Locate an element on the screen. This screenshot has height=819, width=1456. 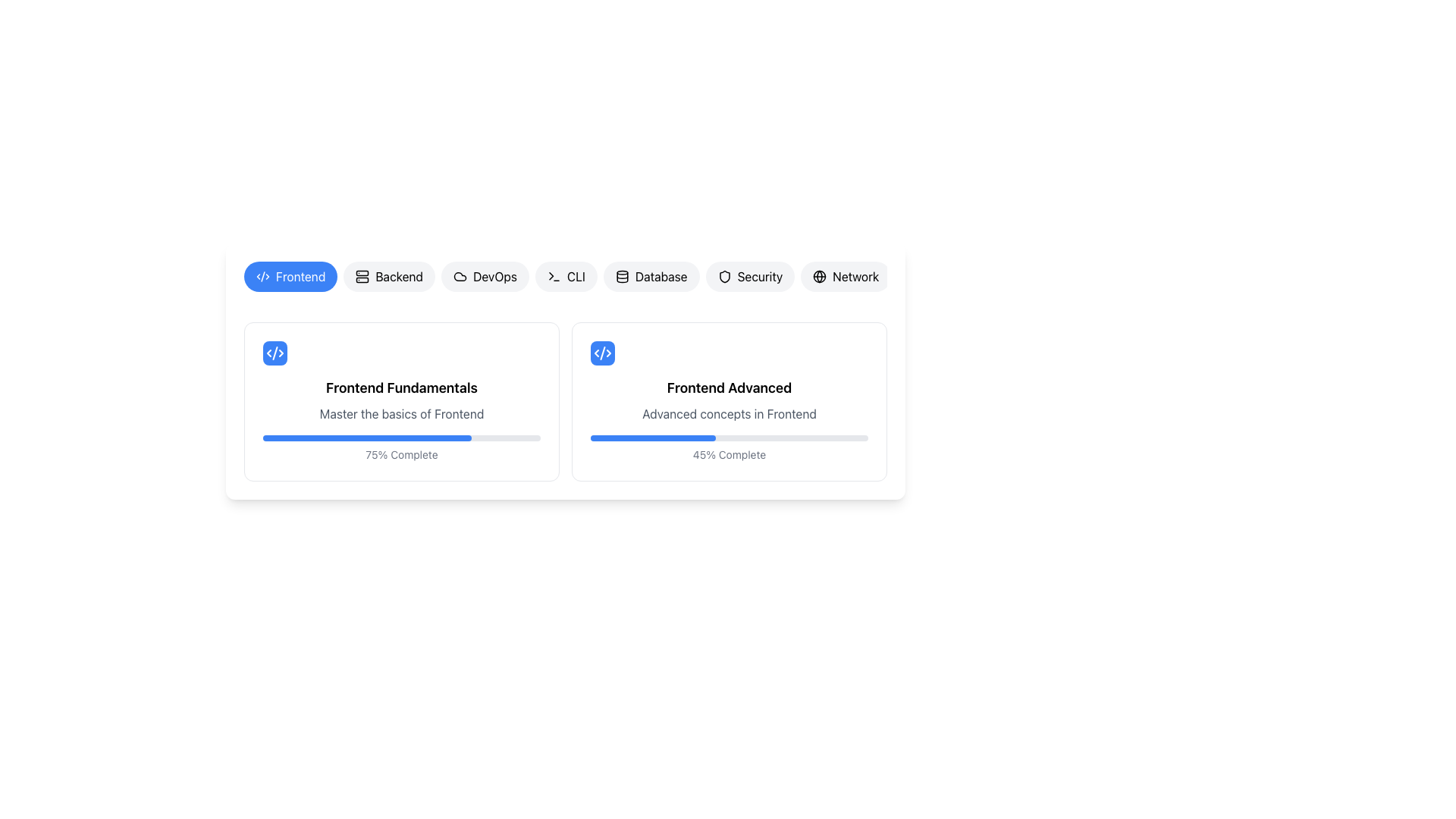
the 'Frontend' button with rounded edges and a vibrant blue background is located at coordinates (290, 277).